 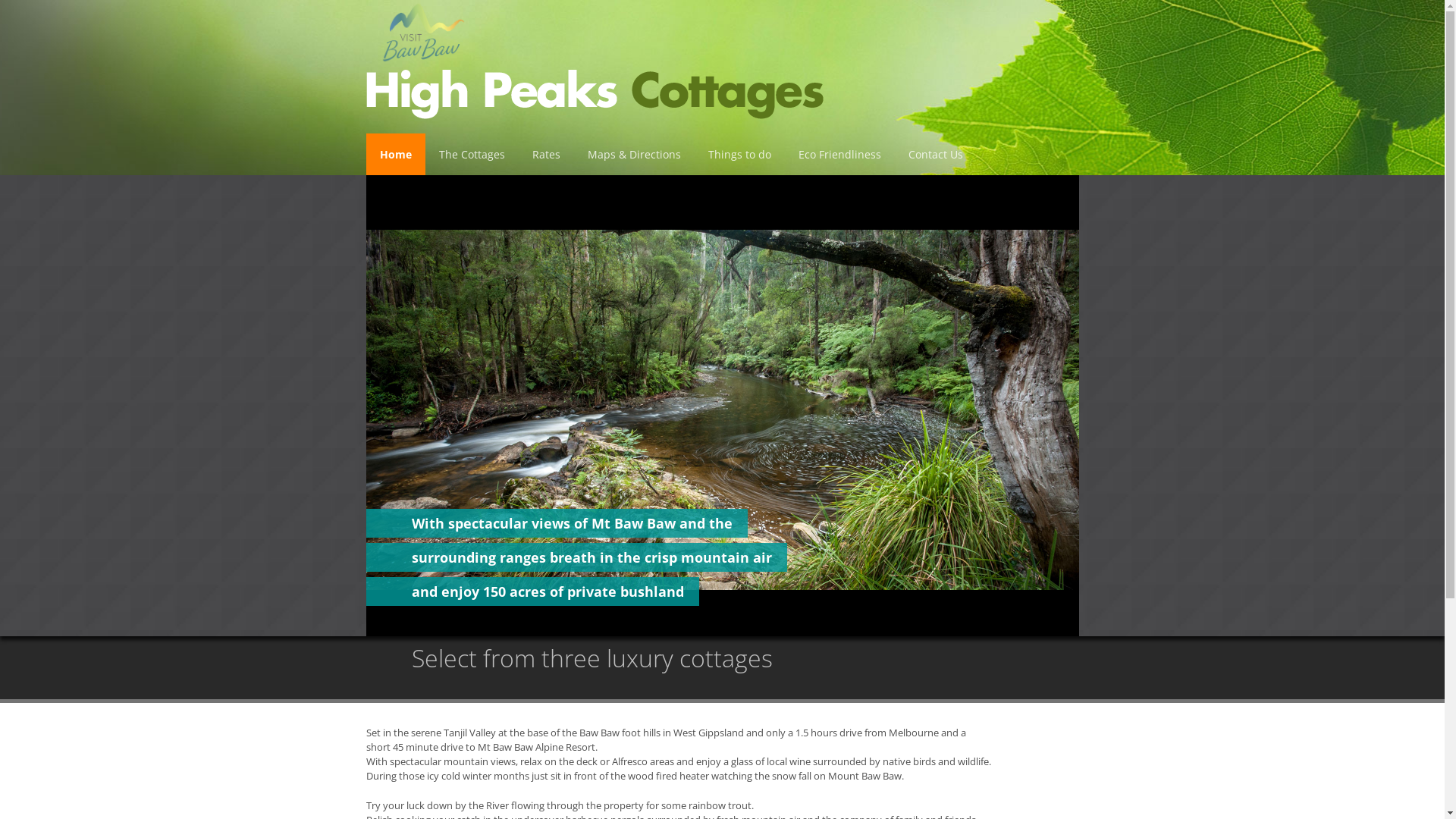 What do you see at coordinates (395, 154) in the screenshot?
I see `'Home'` at bounding box center [395, 154].